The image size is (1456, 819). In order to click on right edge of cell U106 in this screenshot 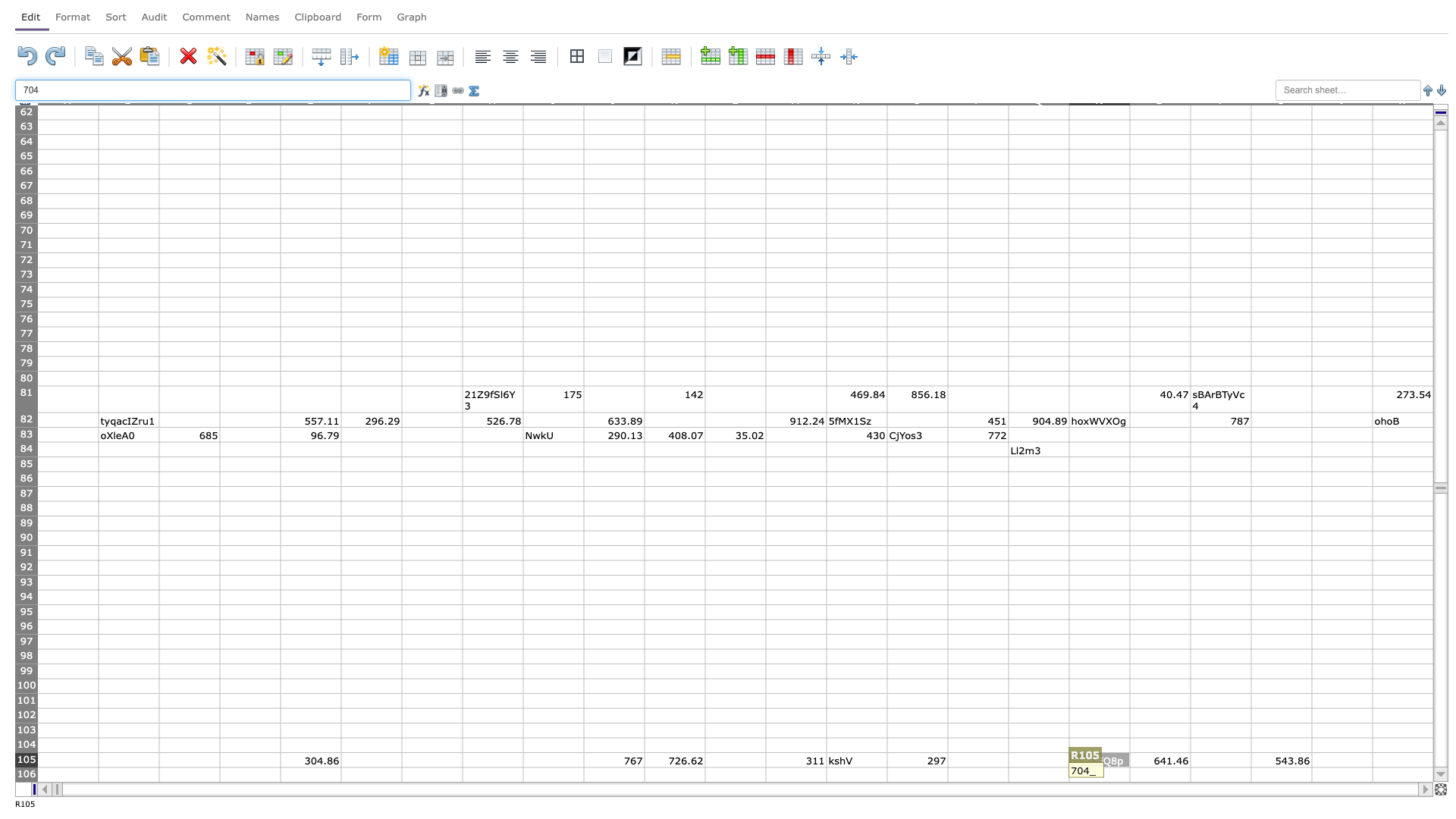, I will do `click(1310, 774)`.